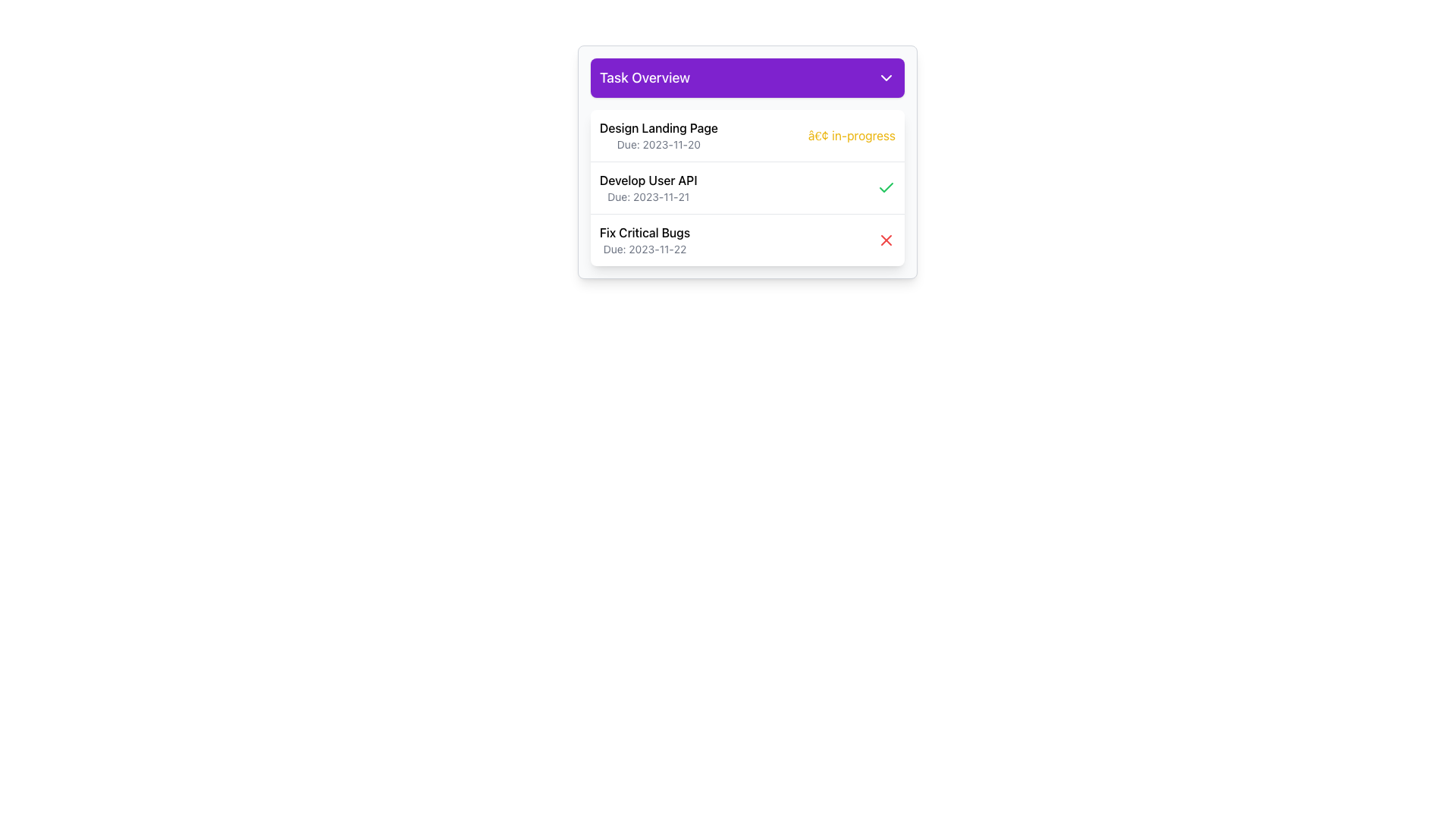 The height and width of the screenshot is (819, 1456). What do you see at coordinates (645, 248) in the screenshot?
I see `deadline information from the text label displaying 'Due: 2023-11-22' located in the 'Fix Critical Bugs' section of the Task Overview panel` at bounding box center [645, 248].